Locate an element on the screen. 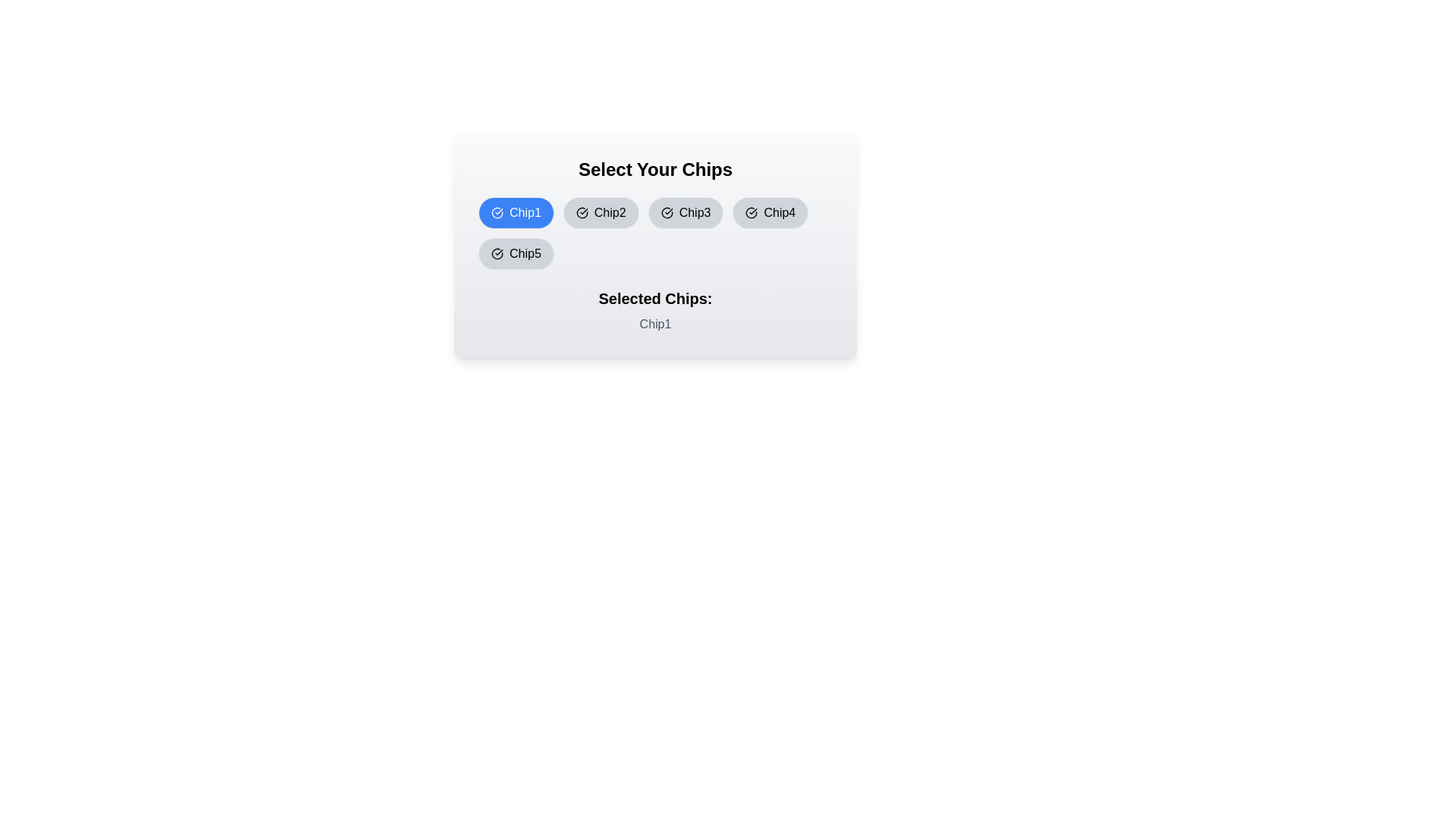 The width and height of the screenshot is (1456, 819). the chip labeled Chip1 is located at coordinates (516, 213).